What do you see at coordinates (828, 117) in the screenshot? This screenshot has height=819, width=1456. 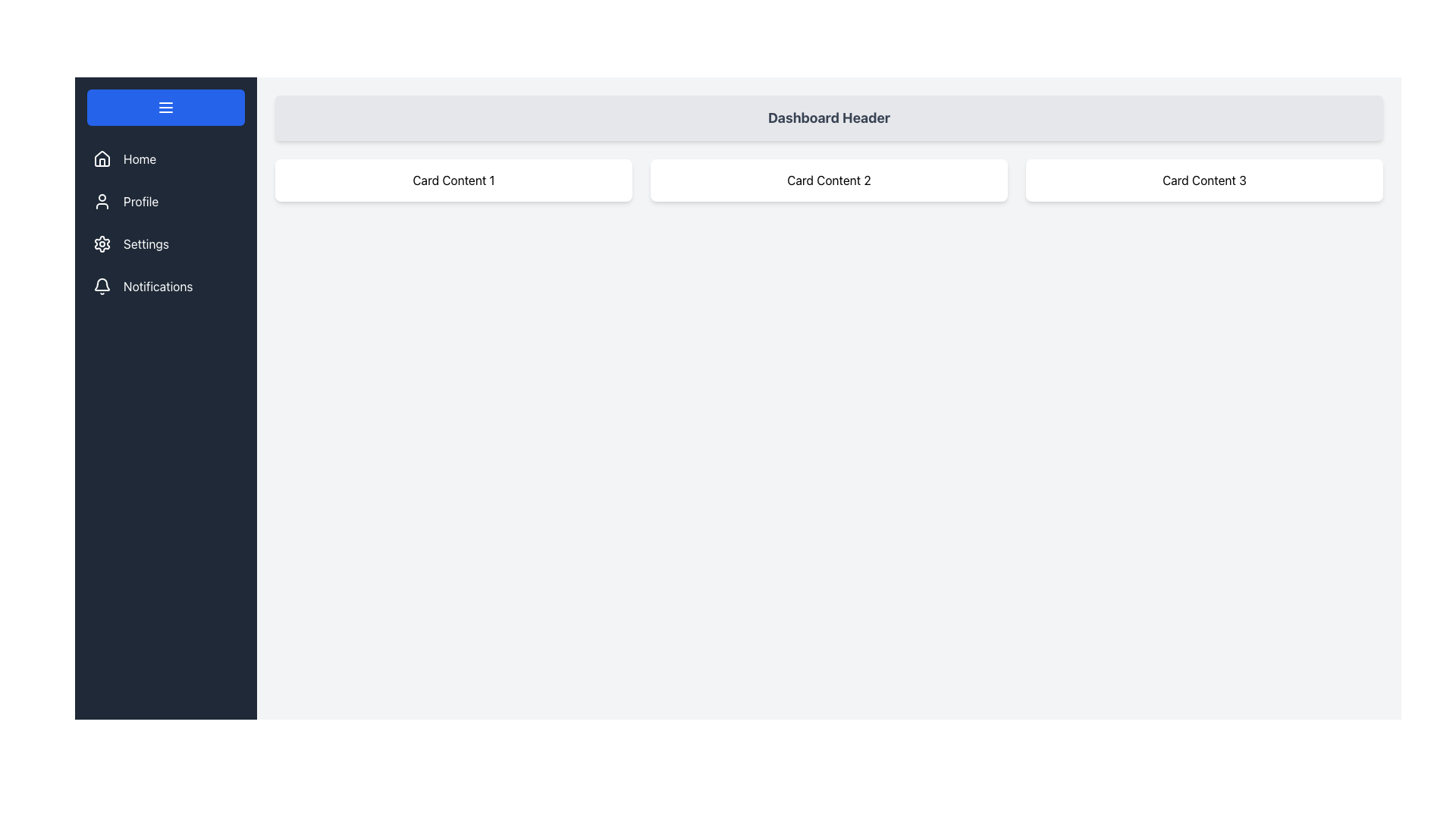 I see `the 'Dashboard Header' element, which is a rectangular header with rounded corners and a light gray background, located in the top center of the main content area` at bounding box center [828, 117].